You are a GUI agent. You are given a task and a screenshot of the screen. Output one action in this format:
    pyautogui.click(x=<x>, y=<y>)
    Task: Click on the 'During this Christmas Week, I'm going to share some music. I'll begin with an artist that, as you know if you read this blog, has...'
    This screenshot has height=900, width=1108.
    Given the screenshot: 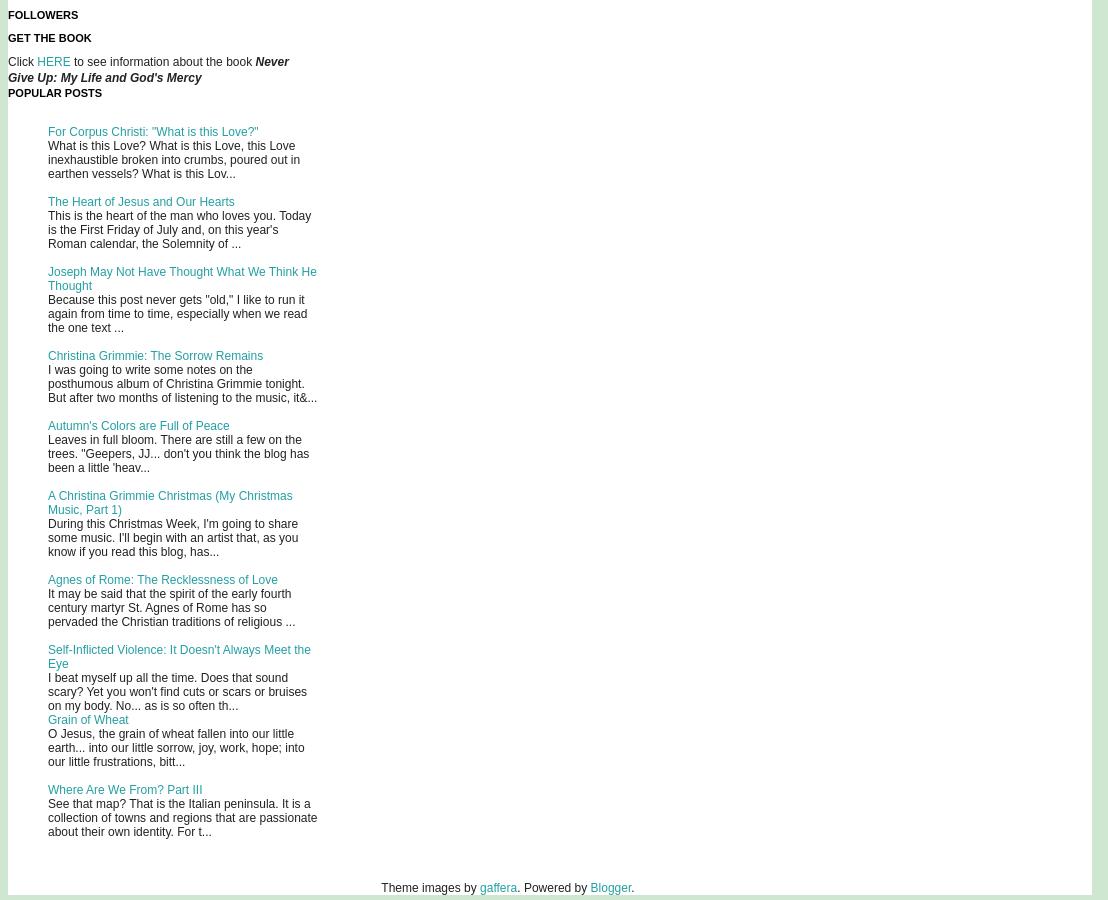 What is the action you would take?
    pyautogui.click(x=171, y=537)
    